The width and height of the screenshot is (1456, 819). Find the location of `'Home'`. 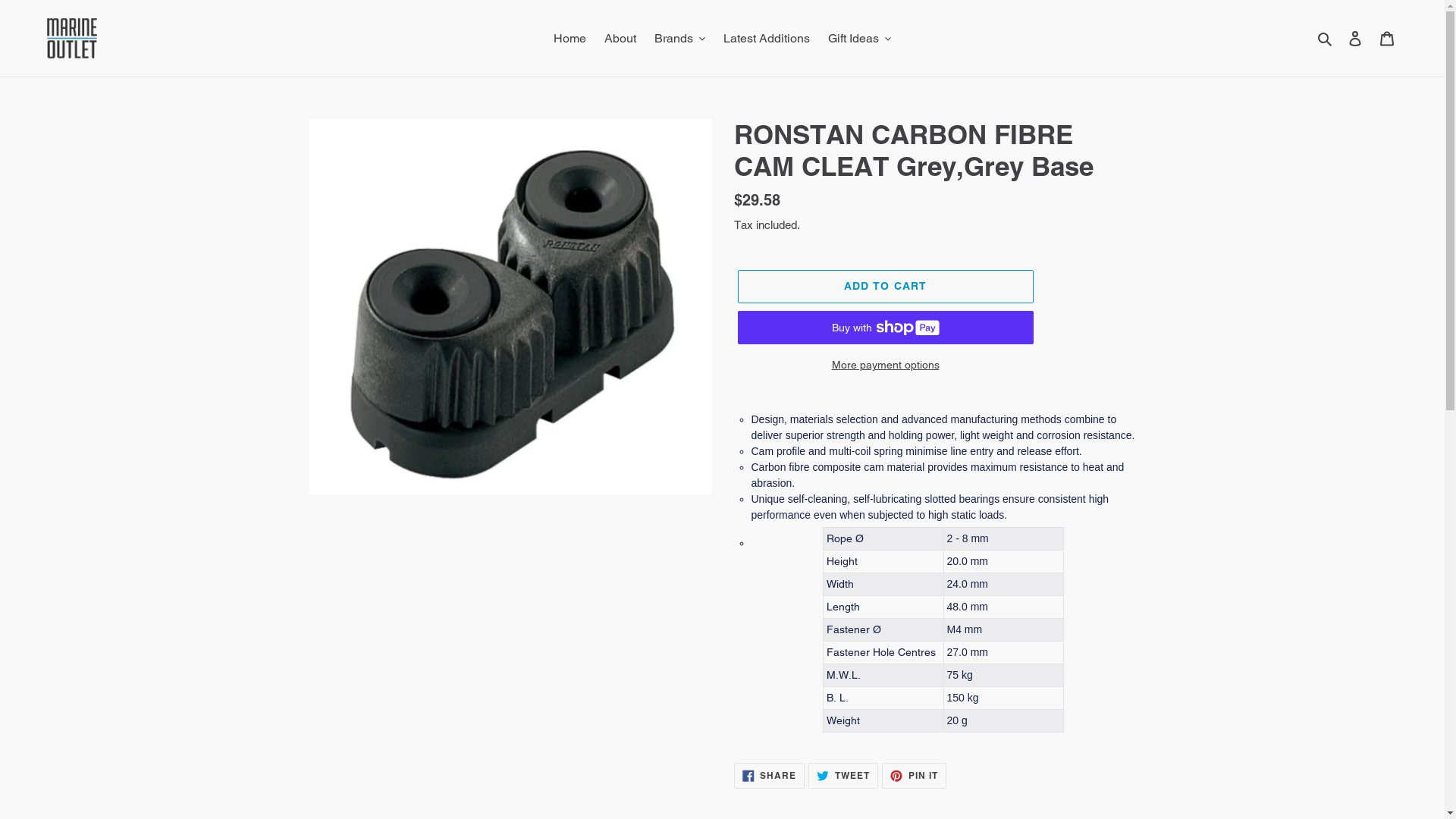

'Home' is located at coordinates (569, 37).